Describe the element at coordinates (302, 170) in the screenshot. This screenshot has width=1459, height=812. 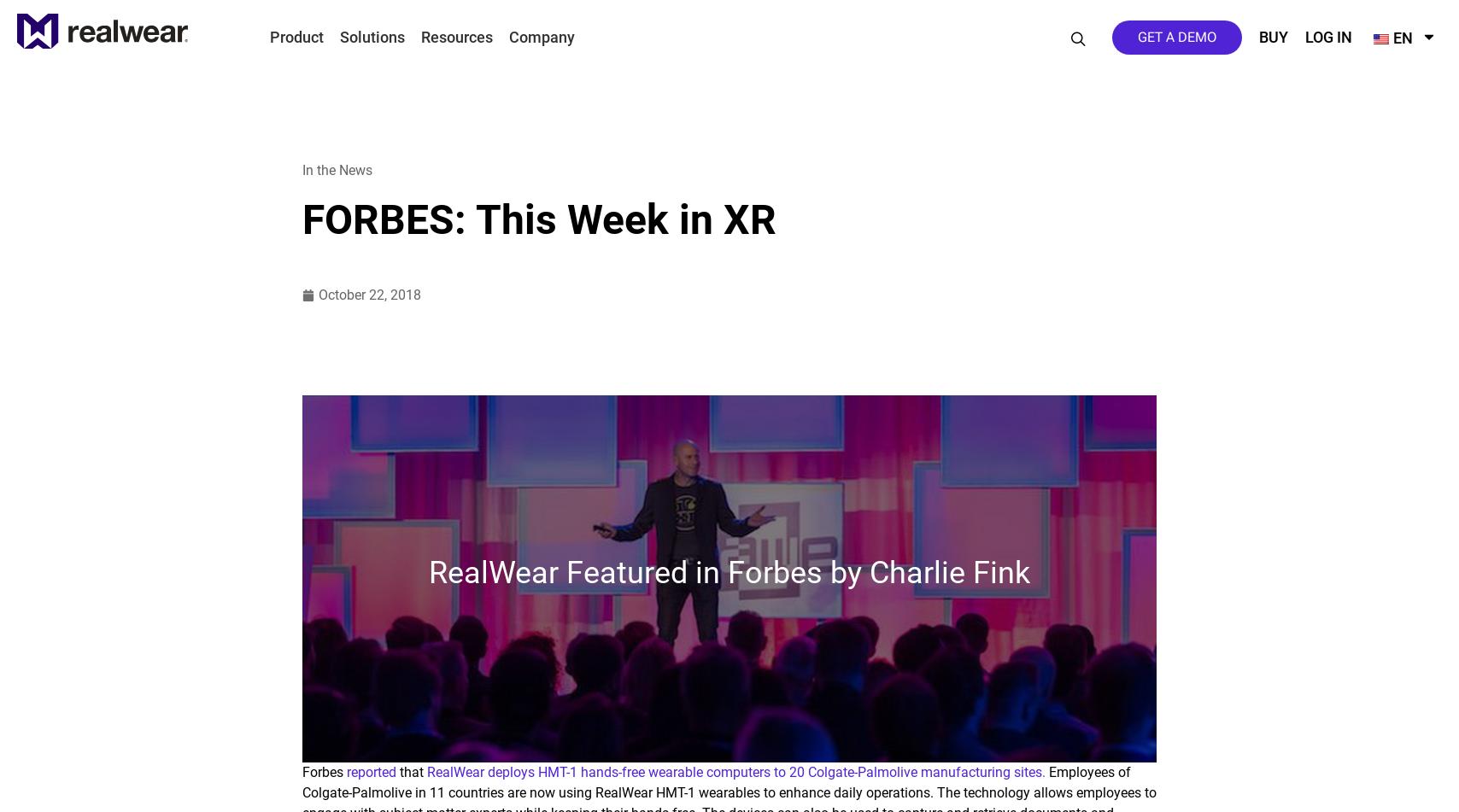
I see `'In the News'` at that location.